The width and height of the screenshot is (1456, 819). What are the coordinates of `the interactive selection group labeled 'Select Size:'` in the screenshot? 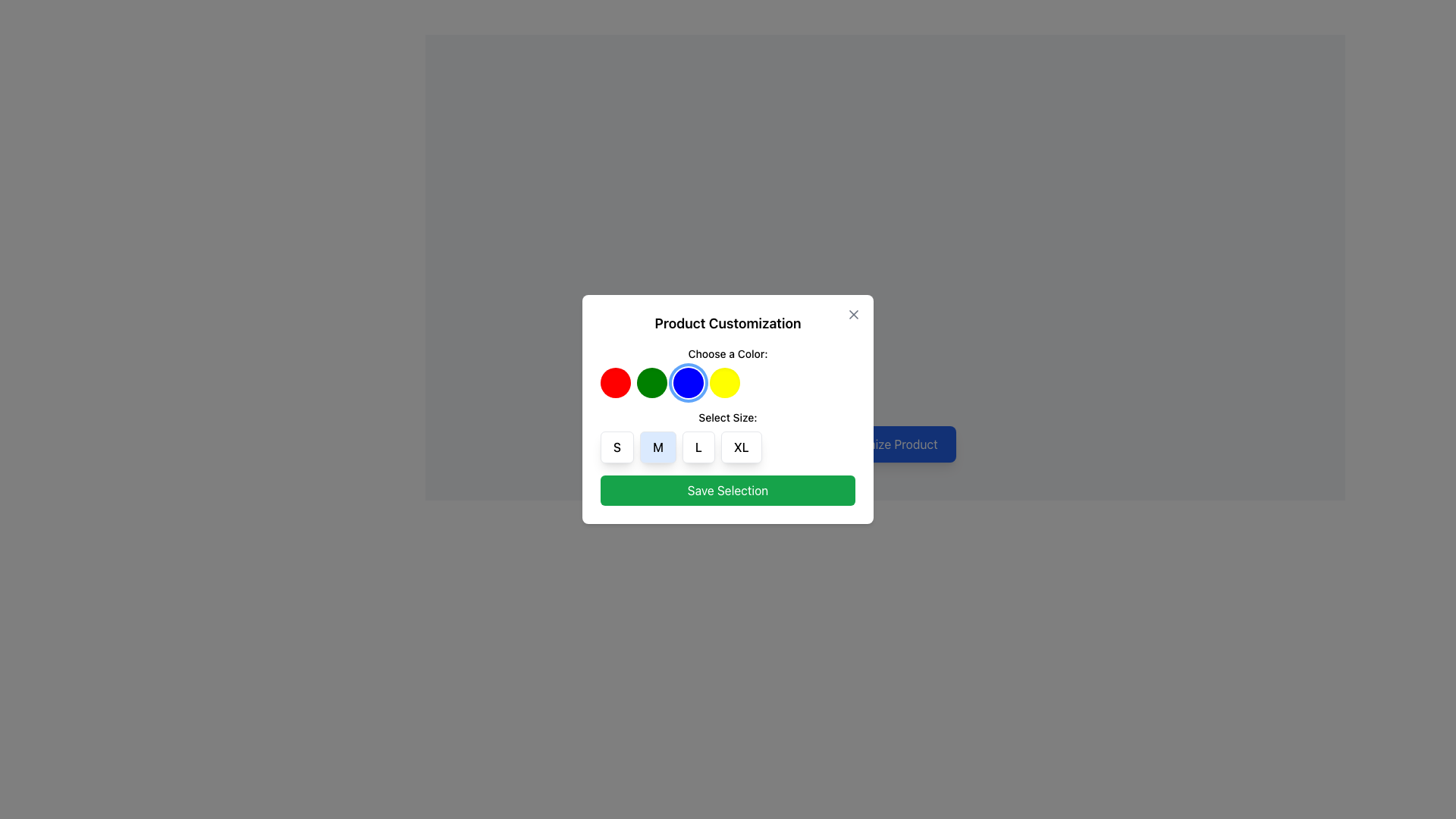 It's located at (728, 436).